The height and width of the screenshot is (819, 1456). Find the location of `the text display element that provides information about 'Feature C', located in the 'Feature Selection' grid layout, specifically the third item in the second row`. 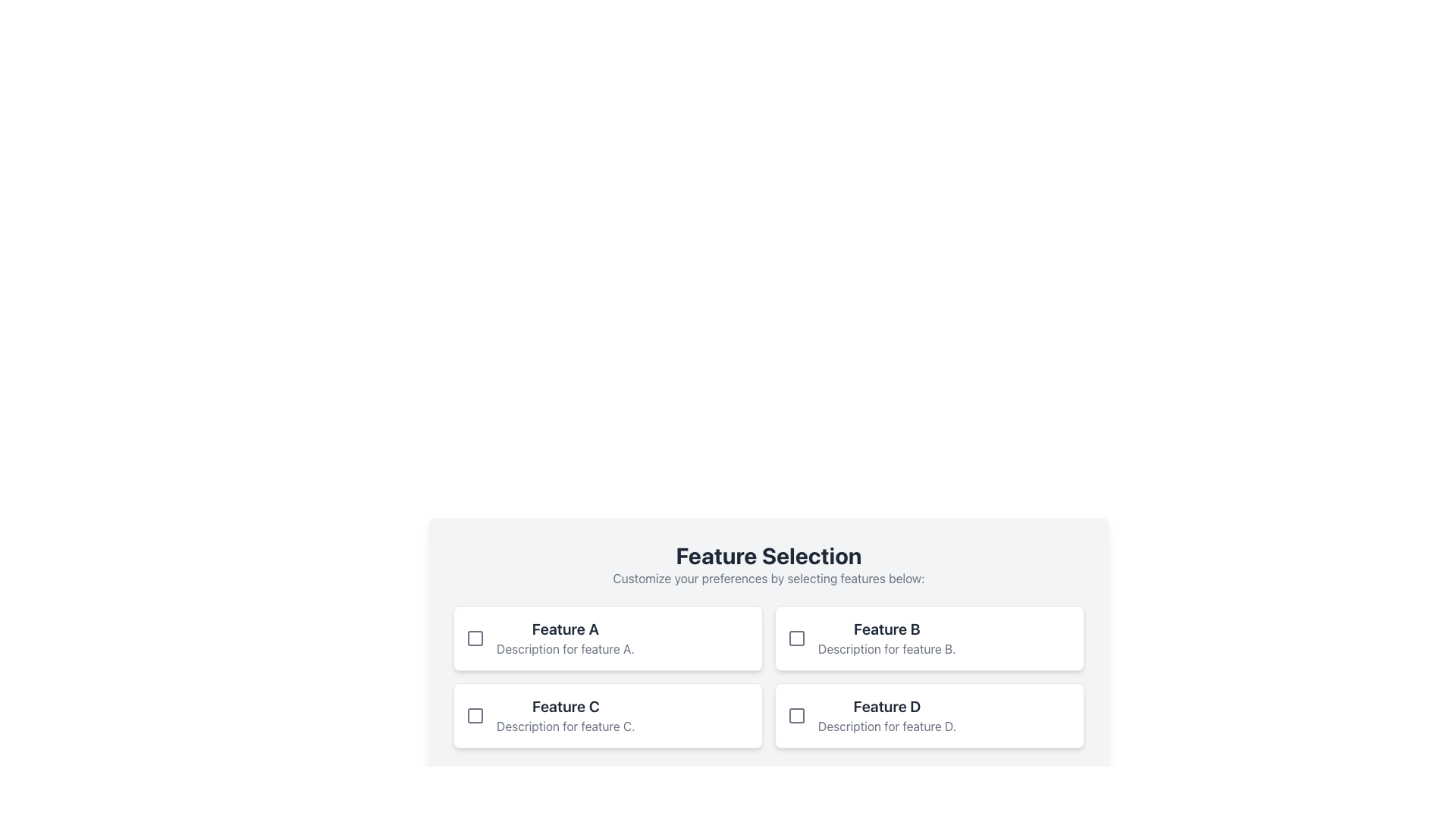

the text display element that provides information about 'Feature C', located in the 'Feature Selection' grid layout, specifically the third item in the second row is located at coordinates (565, 716).